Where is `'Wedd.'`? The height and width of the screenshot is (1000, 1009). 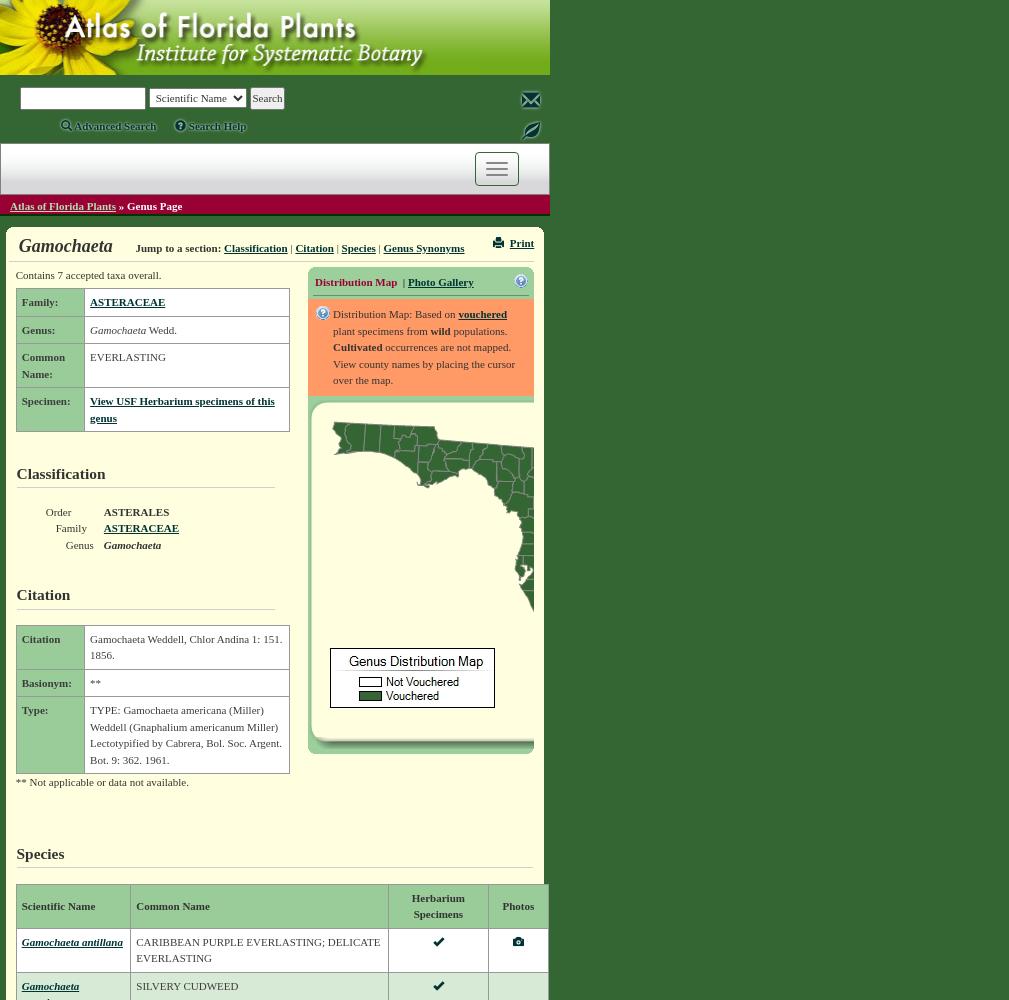 'Wedd.' is located at coordinates (160, 328).